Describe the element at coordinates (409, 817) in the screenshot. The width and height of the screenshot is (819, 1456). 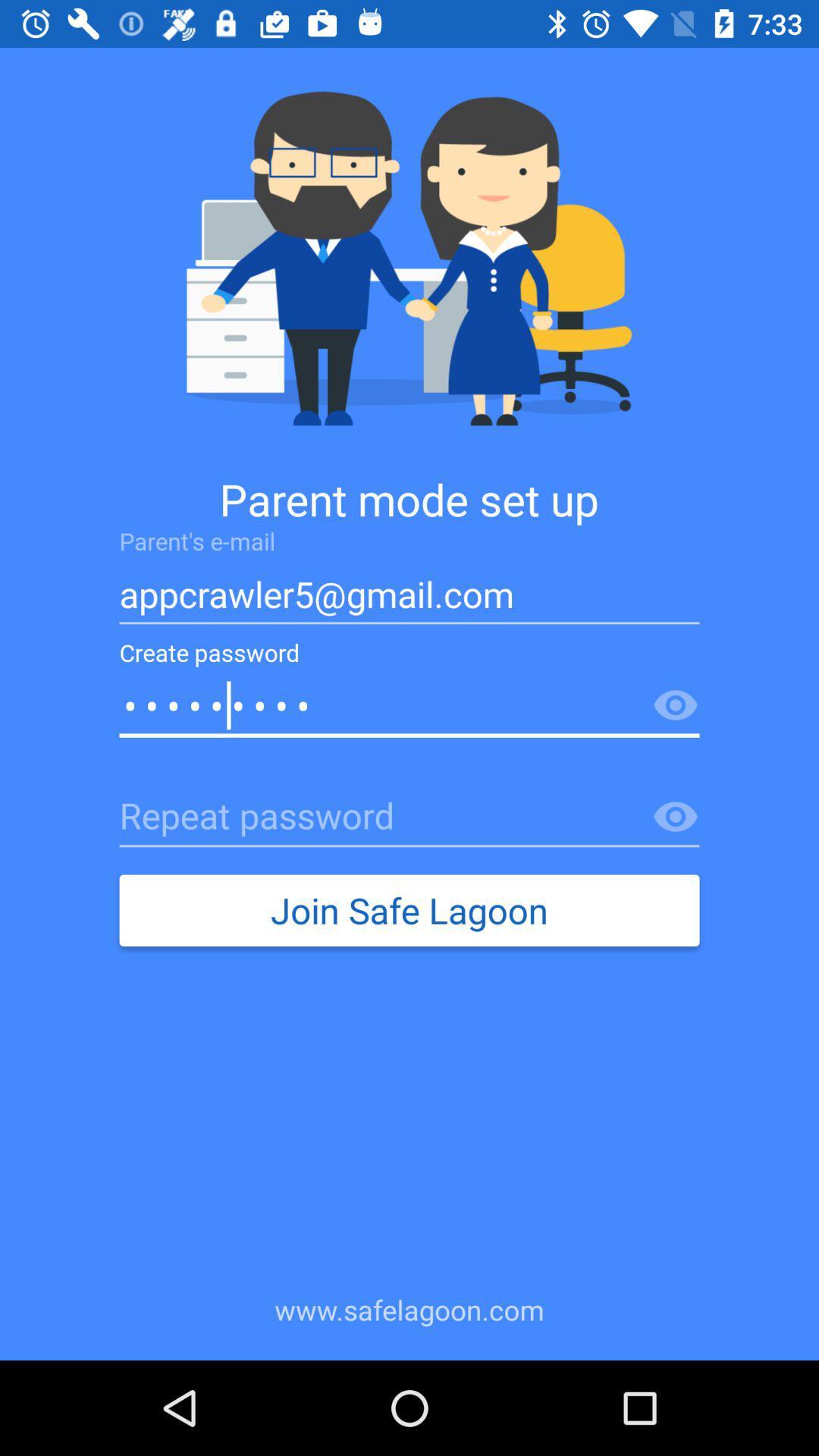
I see `repeat password box` at that location.